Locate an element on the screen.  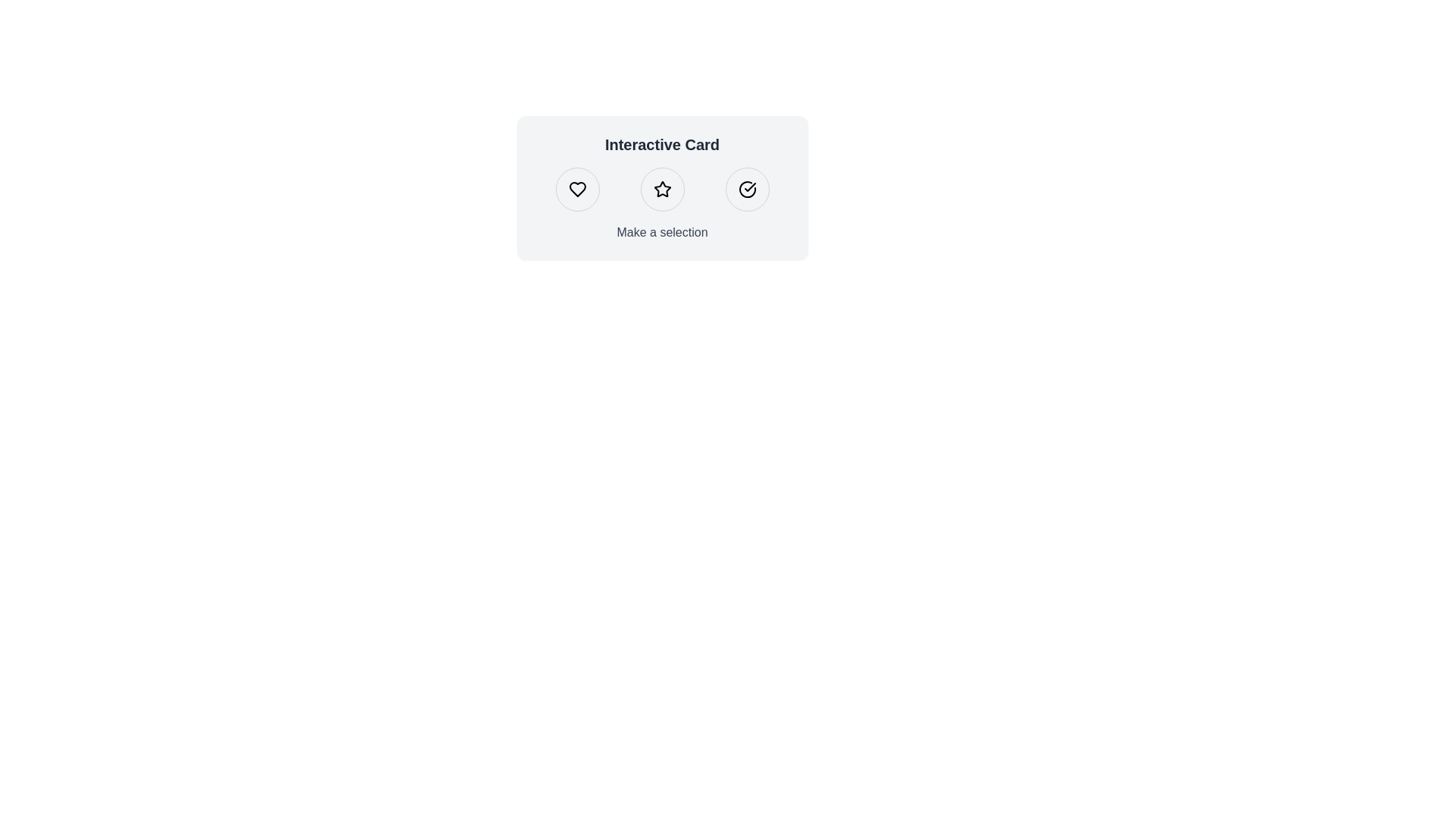
the leftmost heart icon button within the Interactive Card is located at coordinates (576, 189).